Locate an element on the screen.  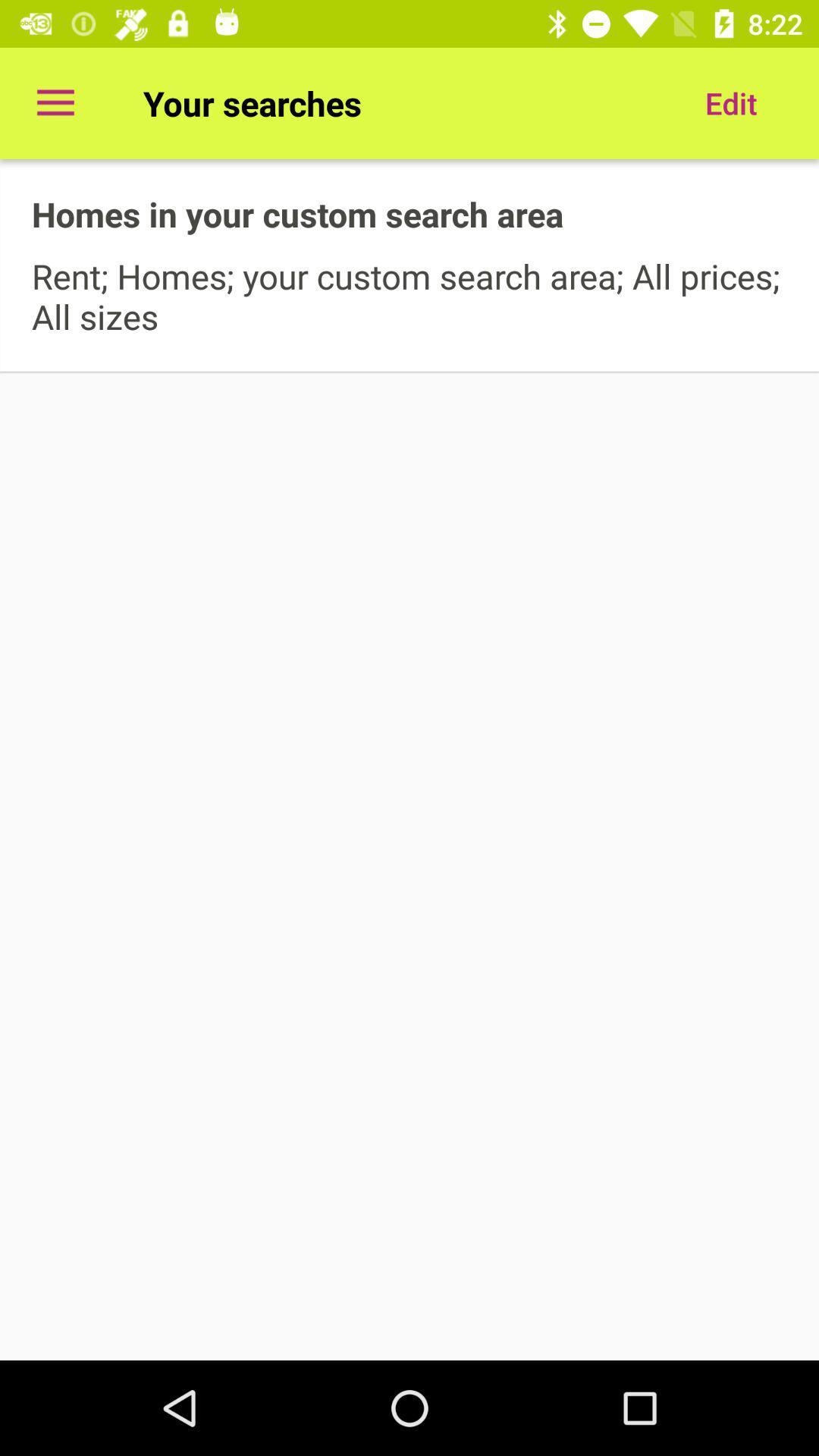
icon next to the your searches item is located at coordinates (55, 102).